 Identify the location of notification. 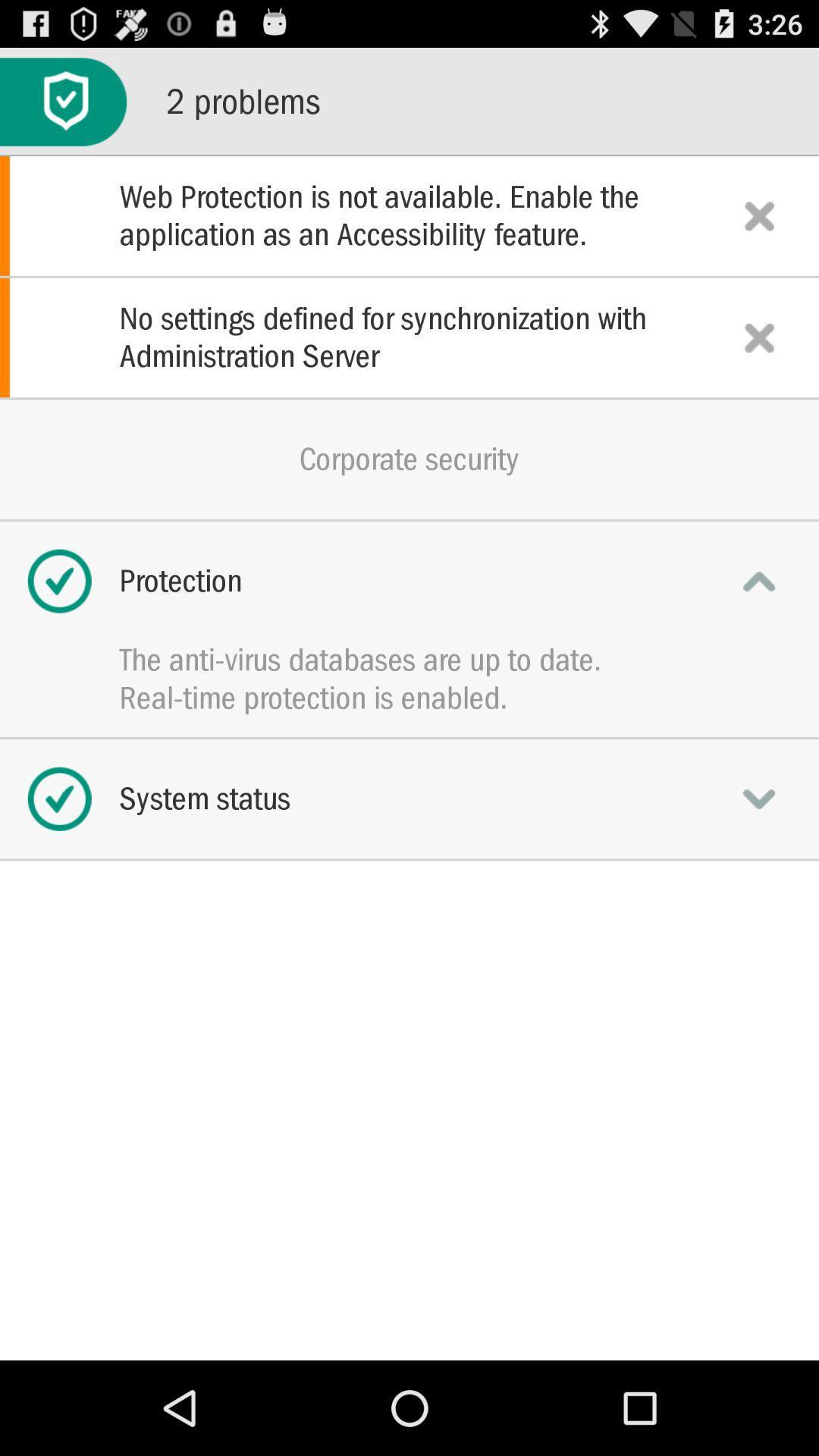
(759, 215).